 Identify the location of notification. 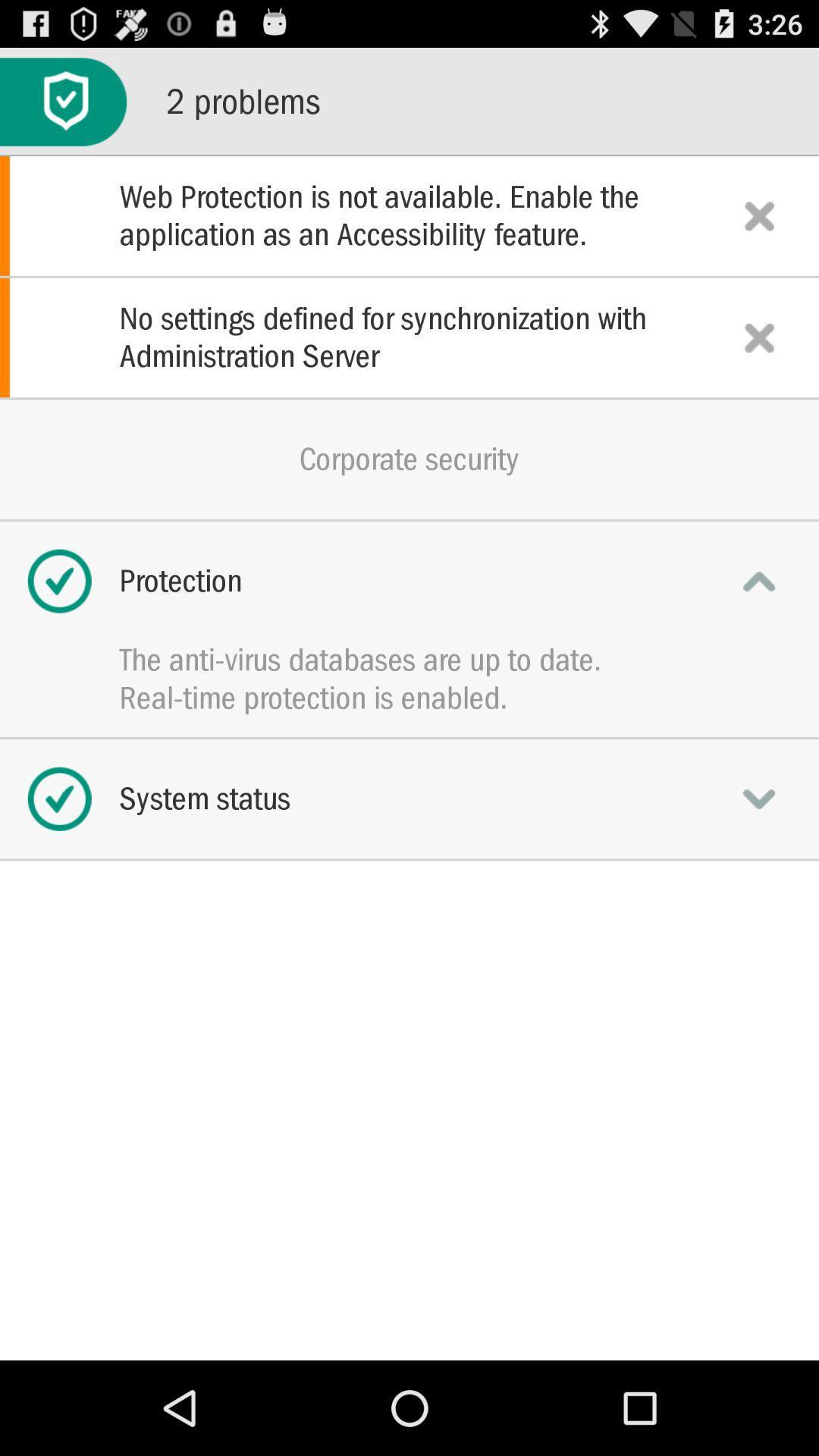
(759, 215).